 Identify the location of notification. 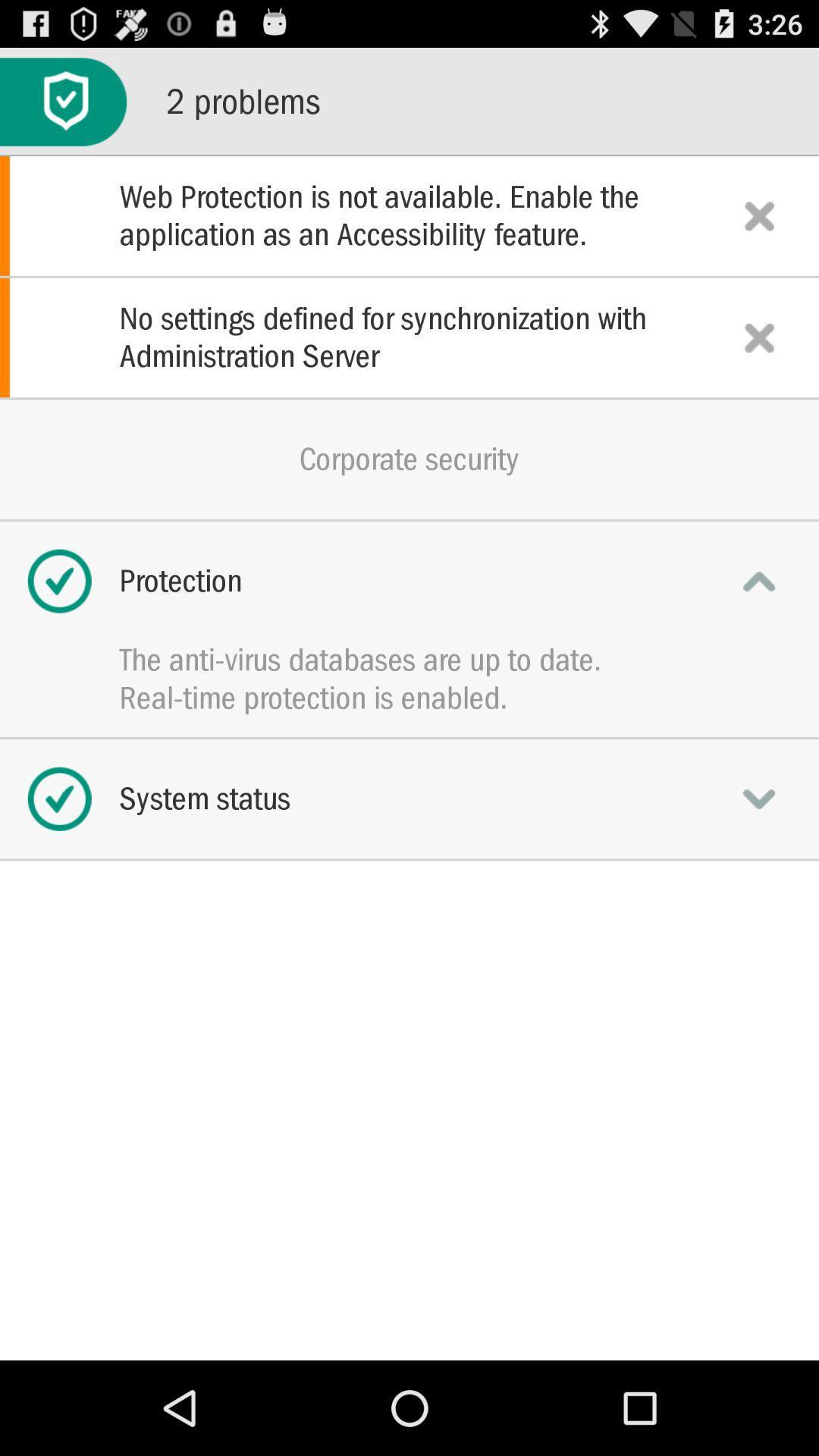
(759, 215).